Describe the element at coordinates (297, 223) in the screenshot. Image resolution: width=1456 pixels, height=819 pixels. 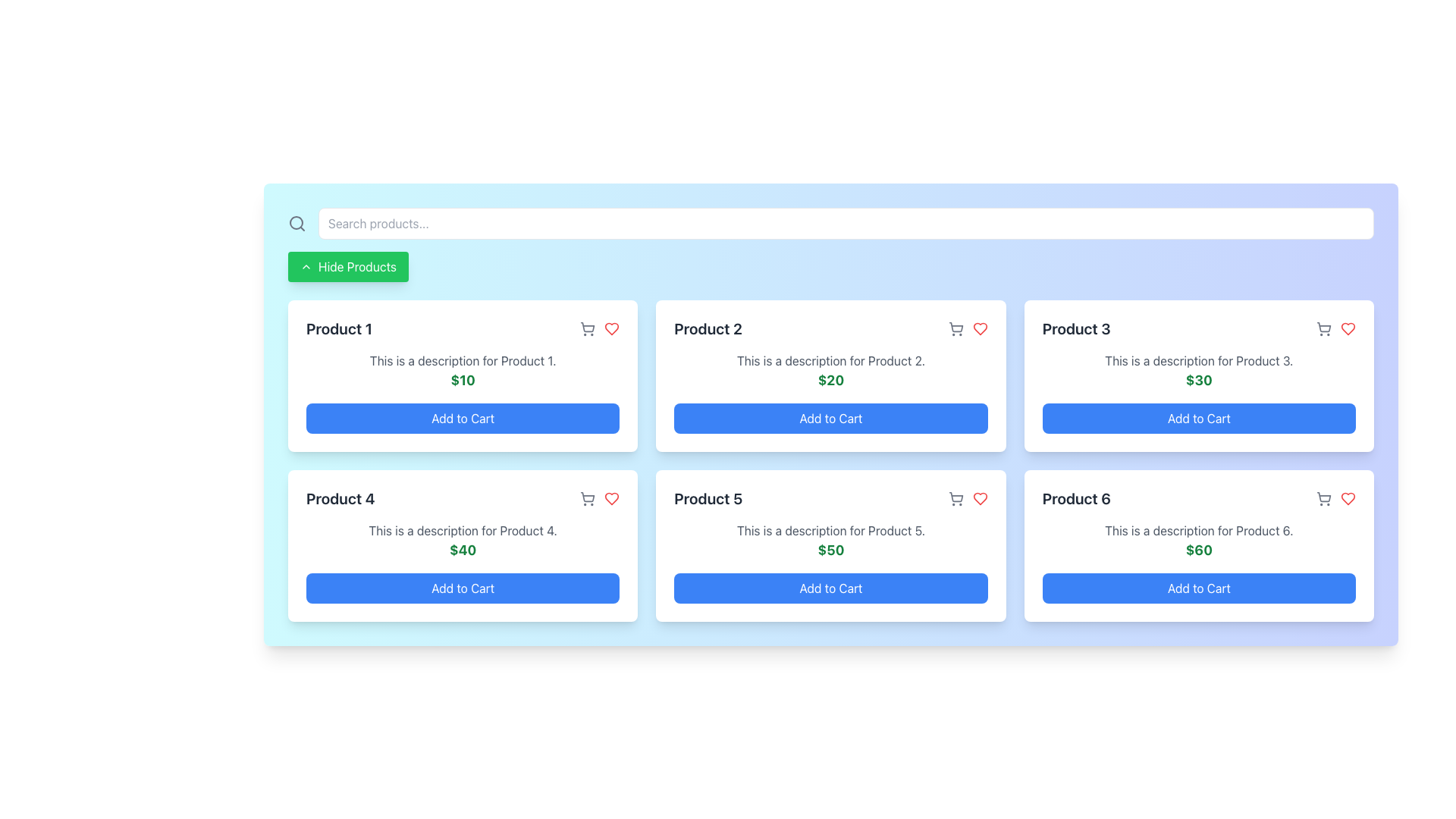
I see `the Icon Button located to the left of the 'Search products...' input box, which serves as a search trigger or visual indicator` at that location.